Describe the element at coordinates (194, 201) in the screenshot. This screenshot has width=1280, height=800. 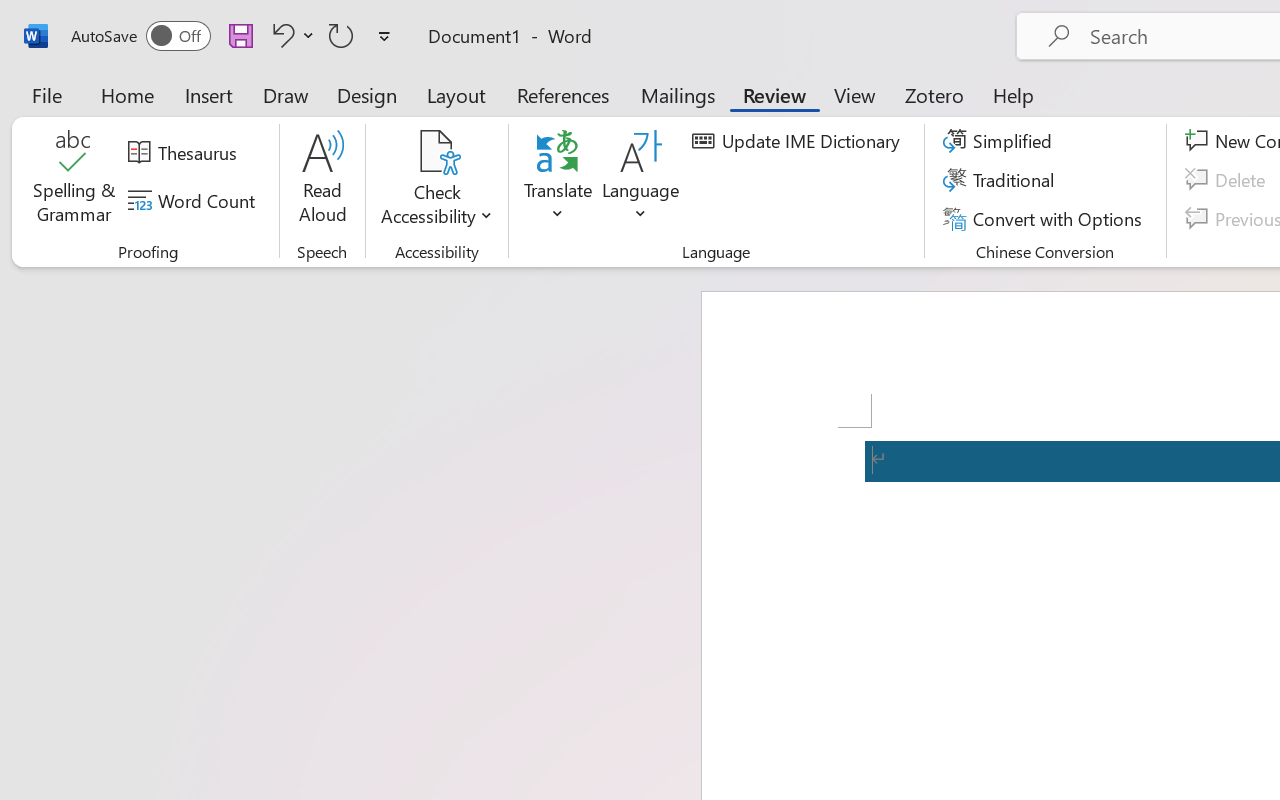
I see `'Word Count'` at that location.